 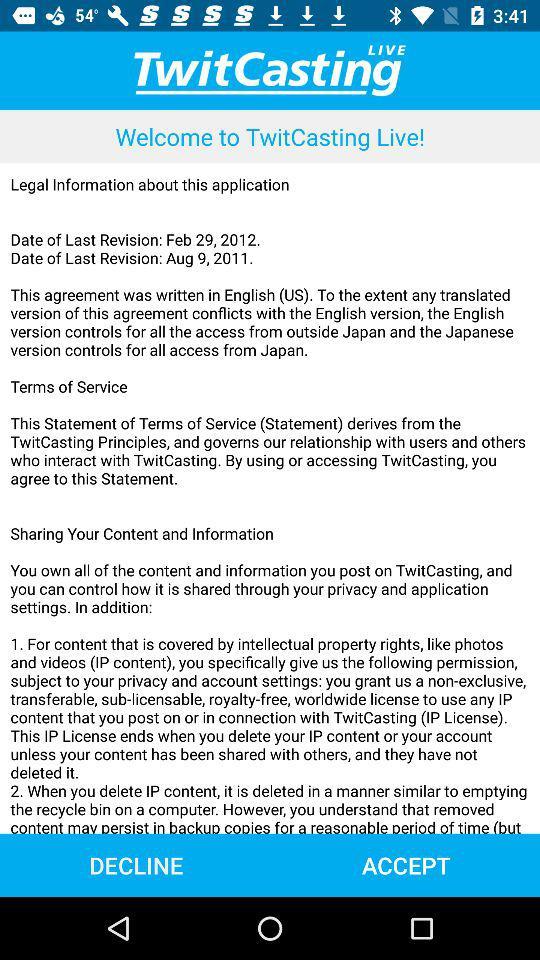 I want to click on accept, so click(x=405, y=864).